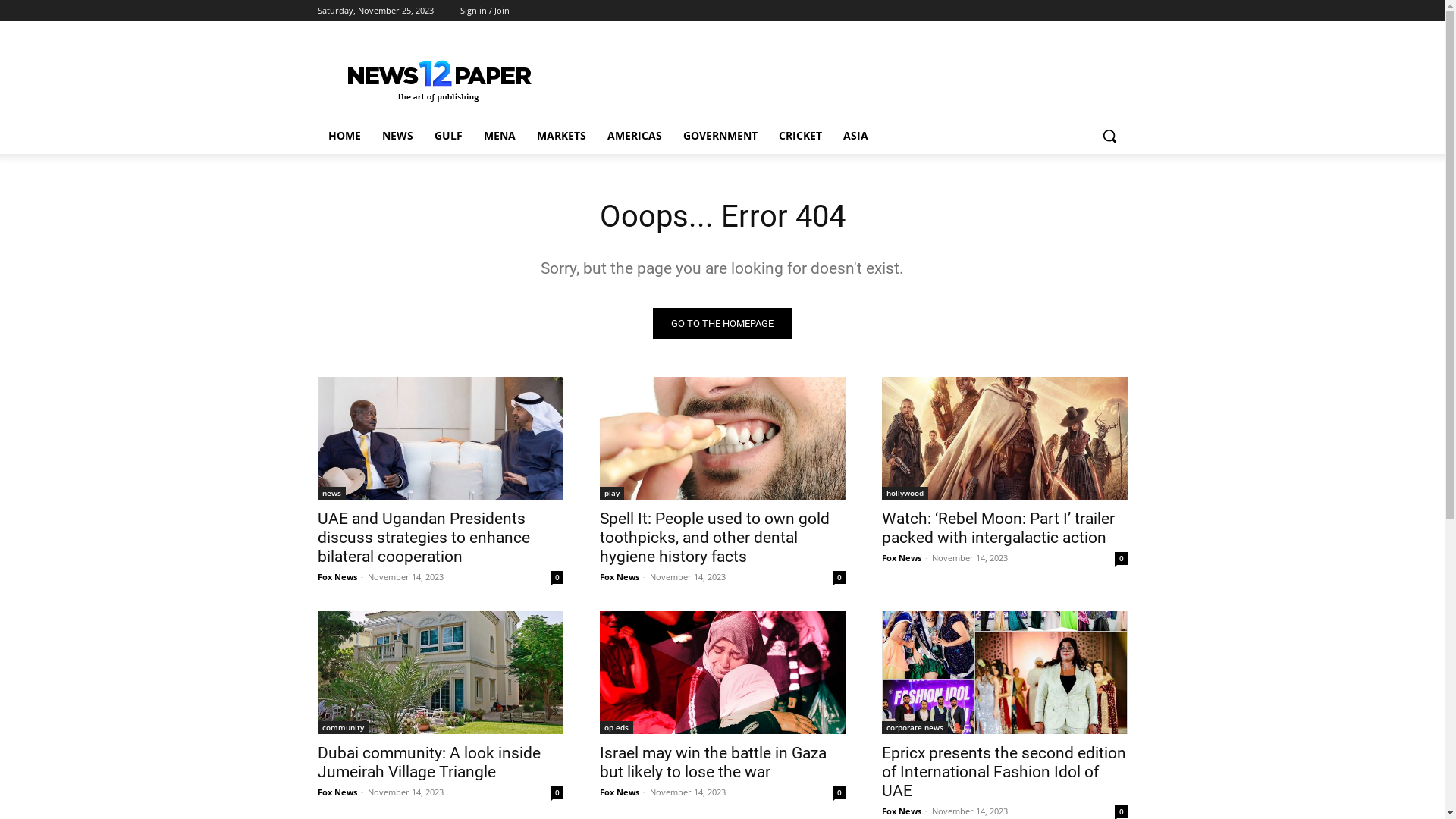 The image size is (1456, 819). What do you see at coordinates (799, 134) in the screenshot?
I see `'CRICKET'` at bounding box center [799, 134].